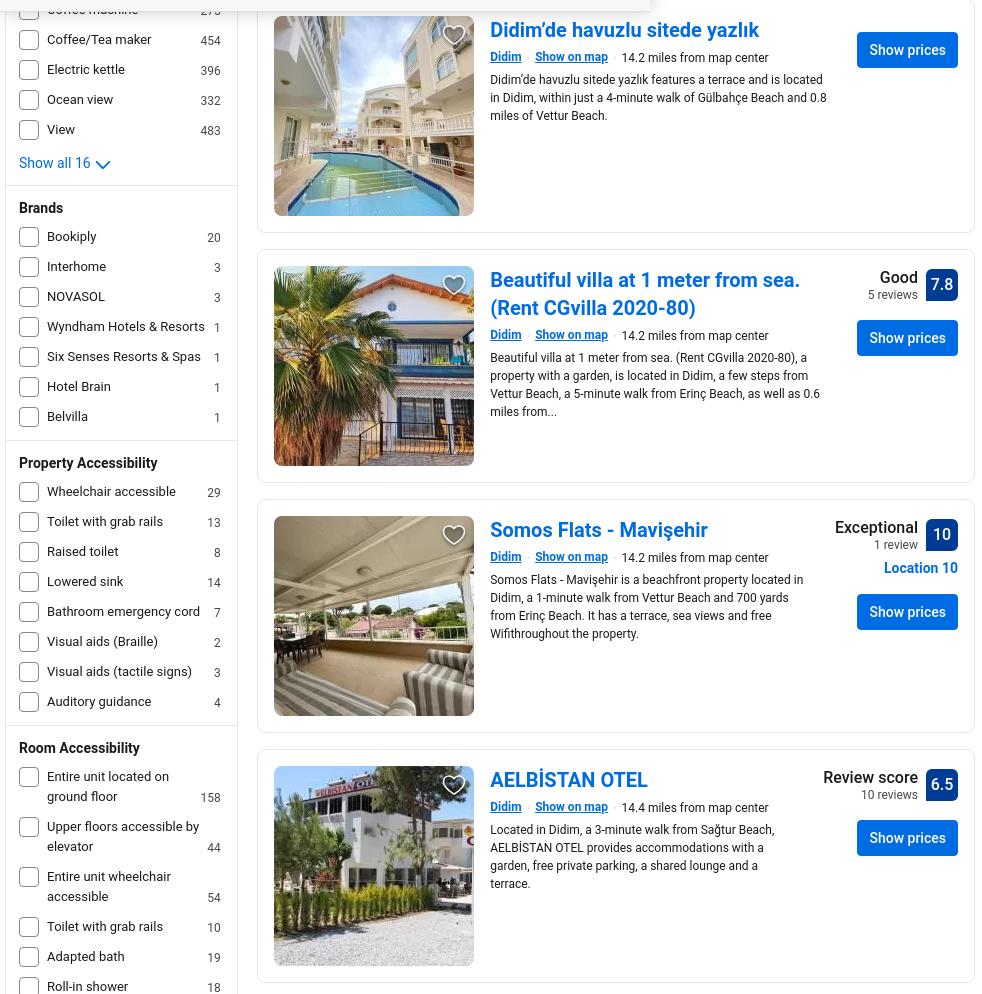 This screenshot has width=982, height=994. I want to click on 'Bathroom emergency cord', so click(122, 610).